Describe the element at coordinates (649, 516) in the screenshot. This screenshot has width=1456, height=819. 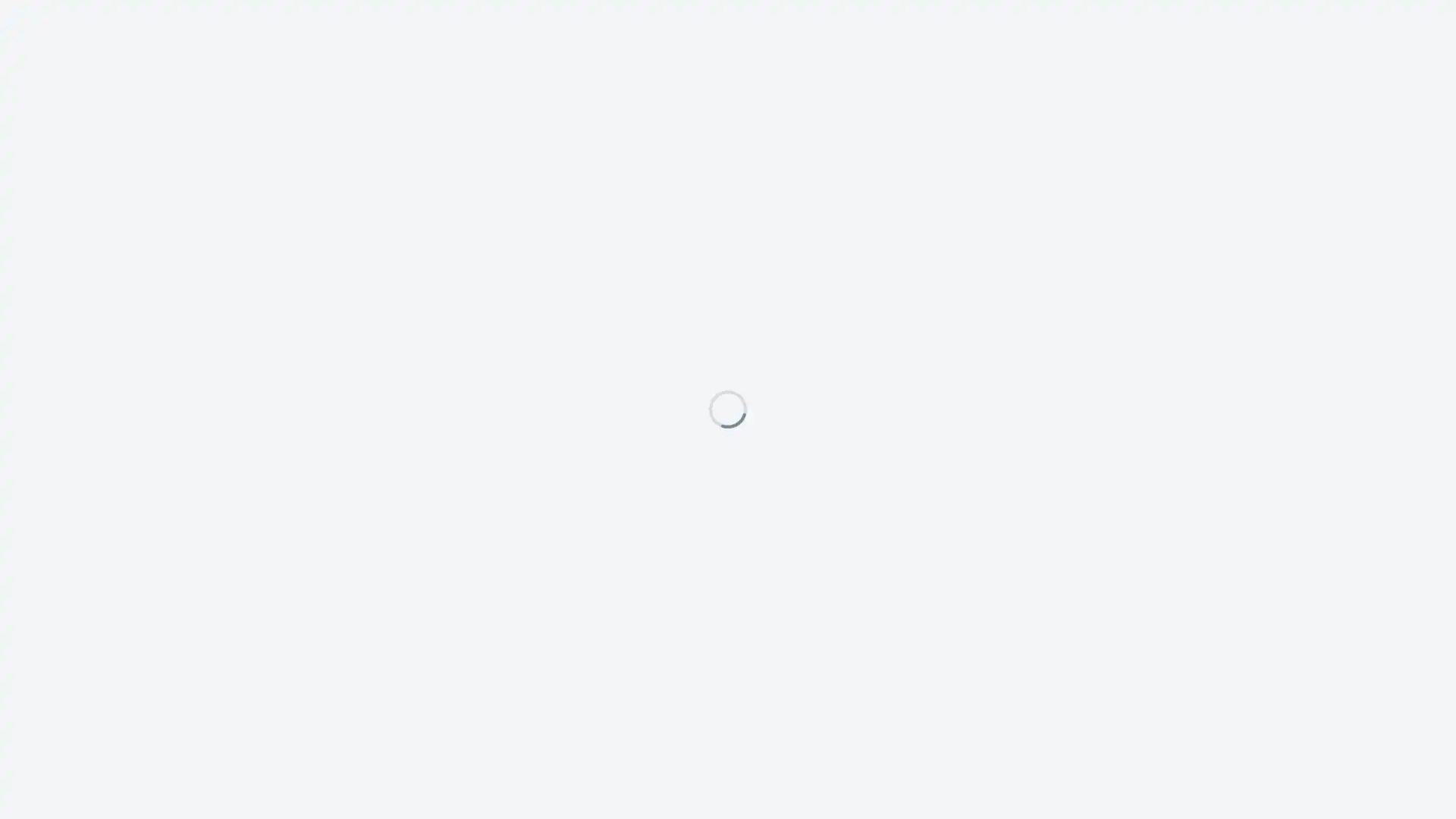
I see `Don't have an account? Register here` at that location.